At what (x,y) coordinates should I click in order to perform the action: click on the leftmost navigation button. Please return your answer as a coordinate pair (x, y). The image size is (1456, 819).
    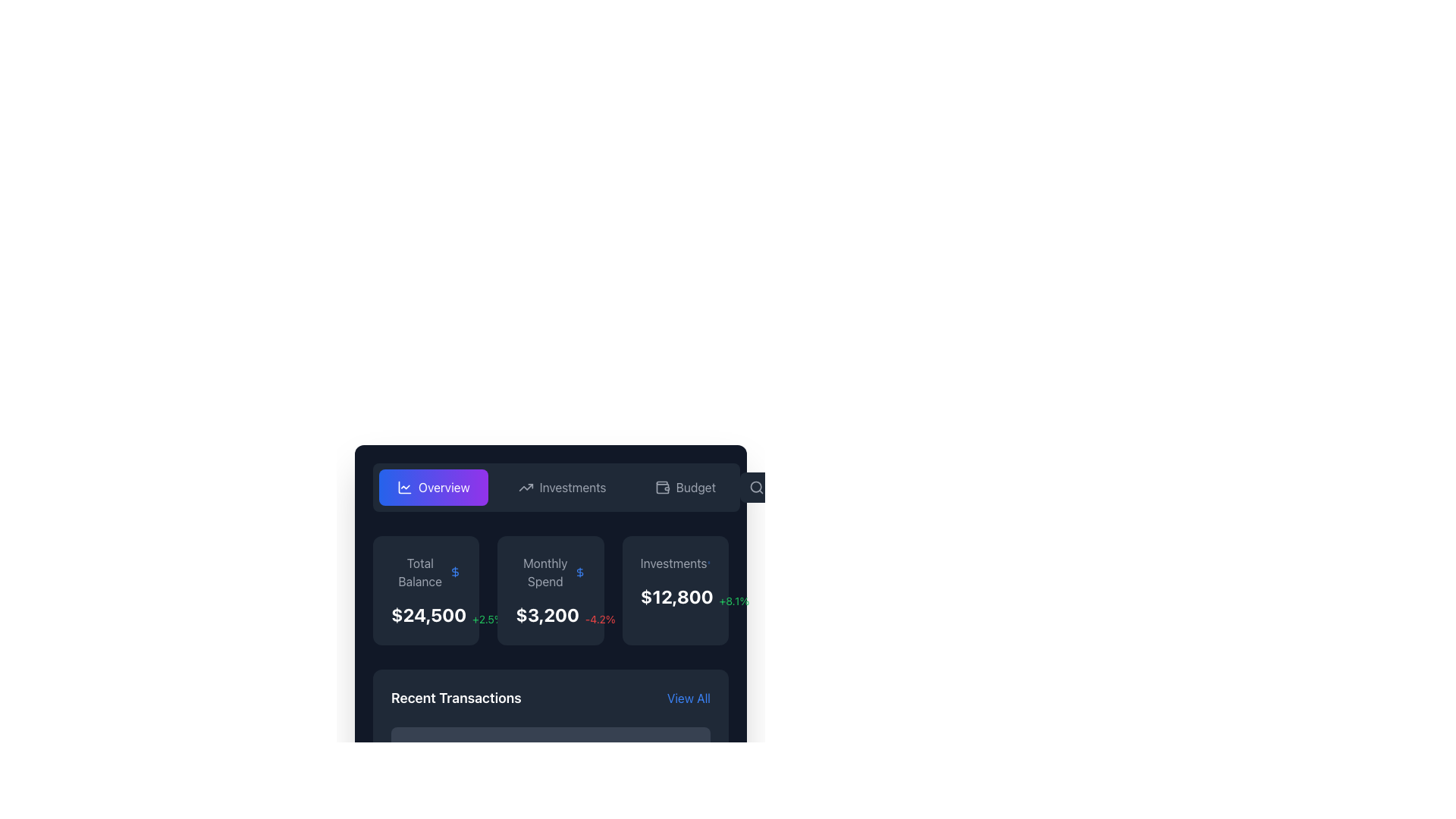
    Looking at the image, I should click on (432, 488).